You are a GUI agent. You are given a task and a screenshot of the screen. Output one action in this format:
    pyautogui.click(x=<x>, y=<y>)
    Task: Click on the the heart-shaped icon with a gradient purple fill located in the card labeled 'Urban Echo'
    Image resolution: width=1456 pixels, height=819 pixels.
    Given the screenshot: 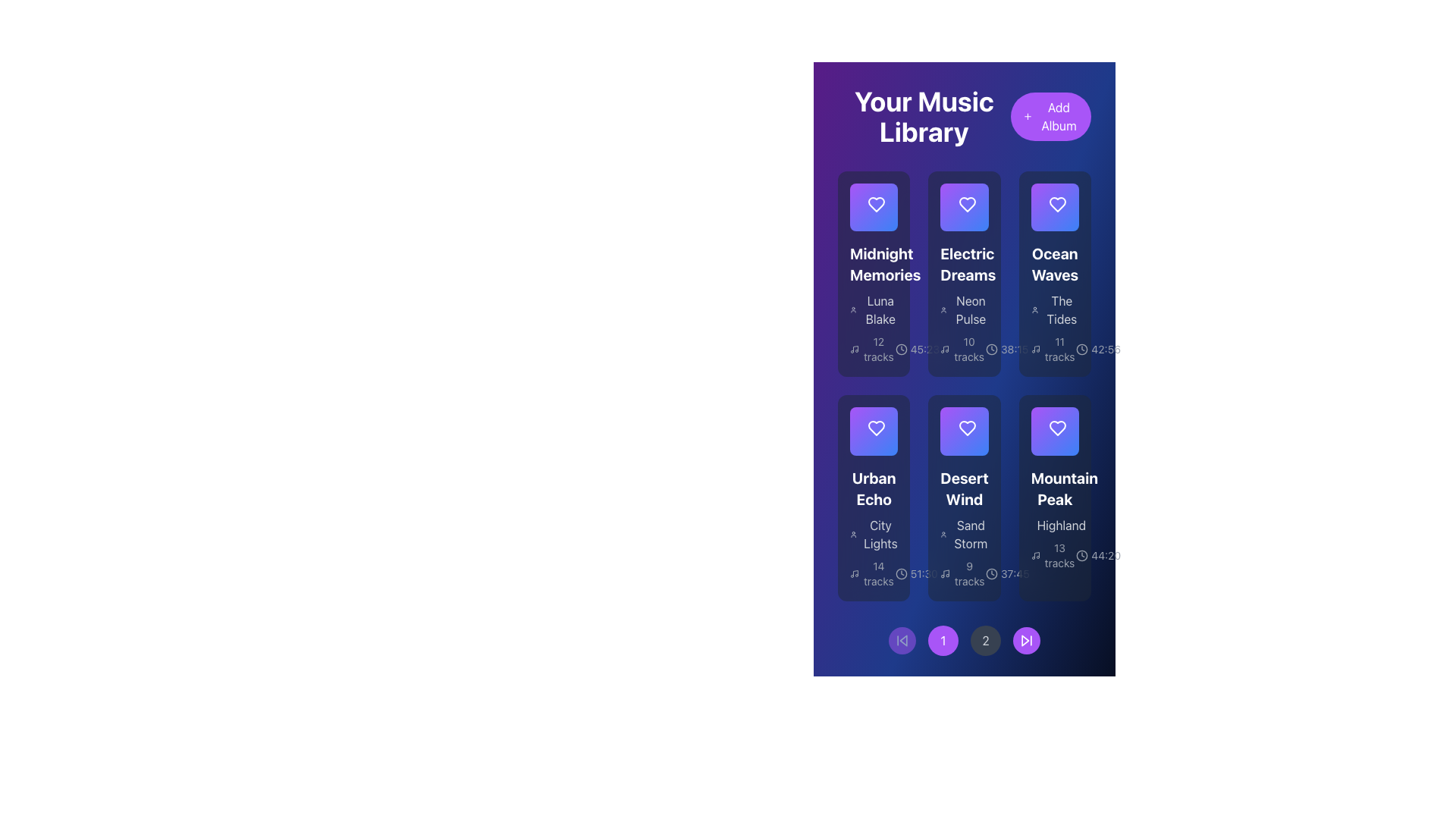 What is the action you would take?
    pyautogui.click(x=877, y=428)
    